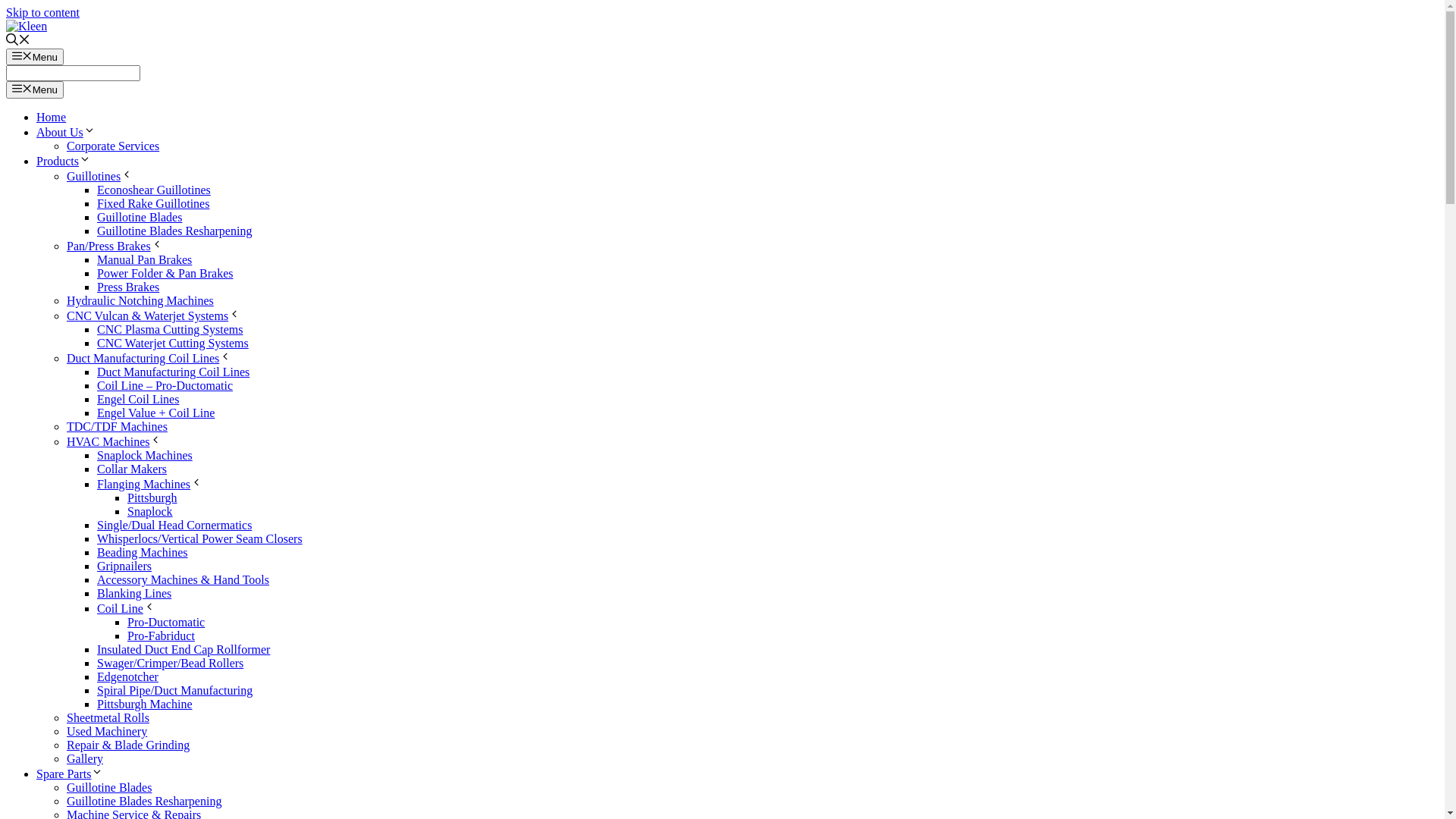 This screenshot has width=1456, height=819. I want to click on 'Repair & Blade Grinding', so click(65, 744).